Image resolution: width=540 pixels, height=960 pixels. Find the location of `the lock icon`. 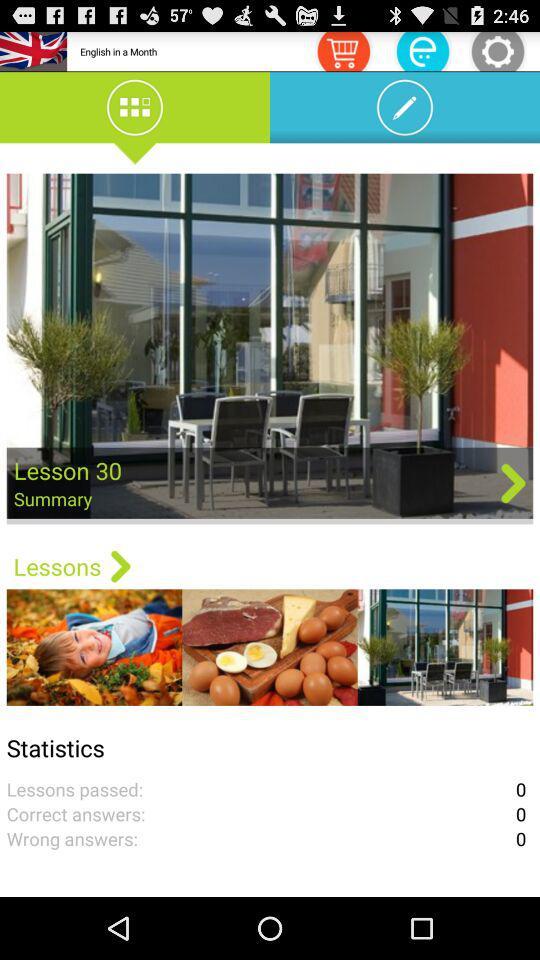

the lock icon is located at coordinates (421, 53).